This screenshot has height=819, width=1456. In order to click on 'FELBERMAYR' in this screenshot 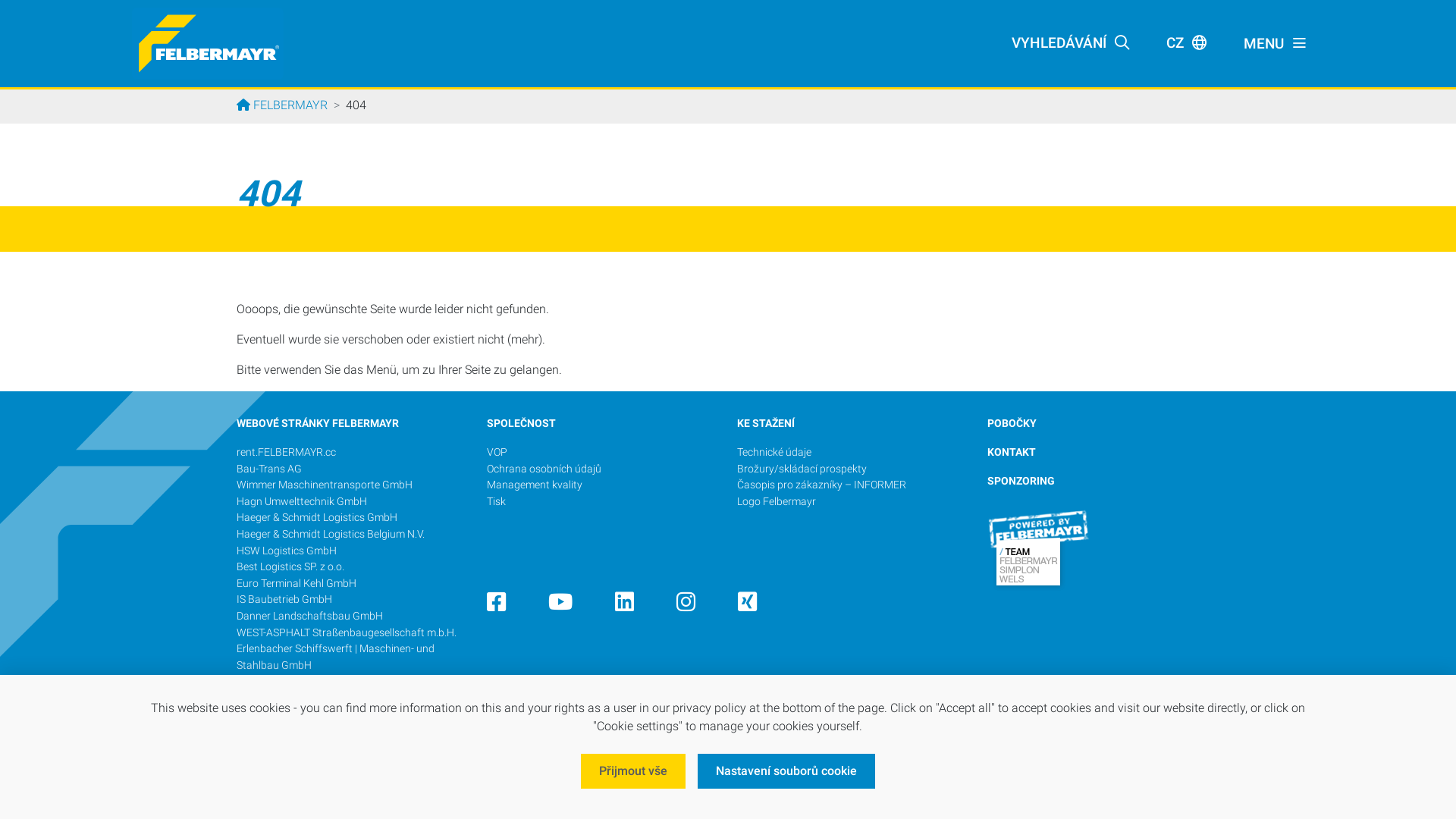, I will do `click(282, 104)`.